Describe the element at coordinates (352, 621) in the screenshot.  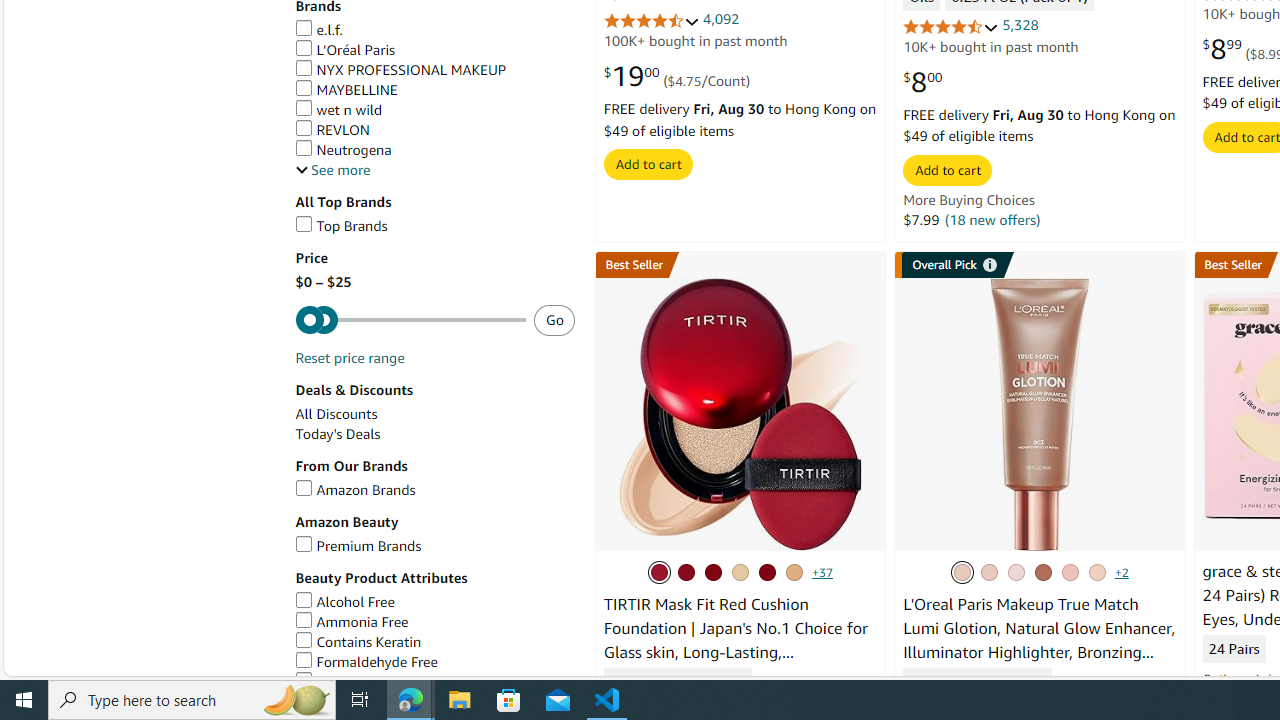
I see `'Ammonia Free'` at that location.